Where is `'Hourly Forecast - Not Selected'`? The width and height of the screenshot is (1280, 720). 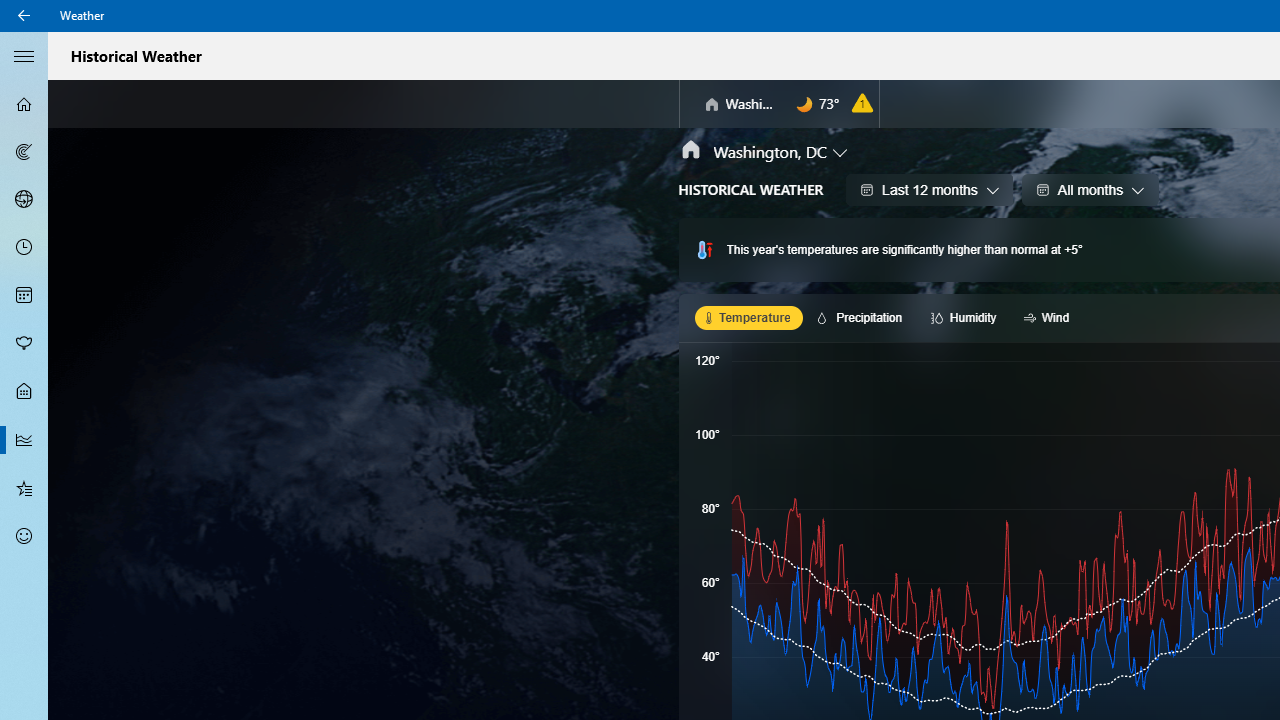 'Hourly Forecast - Not Selected' is located at coordinates (24, 247).